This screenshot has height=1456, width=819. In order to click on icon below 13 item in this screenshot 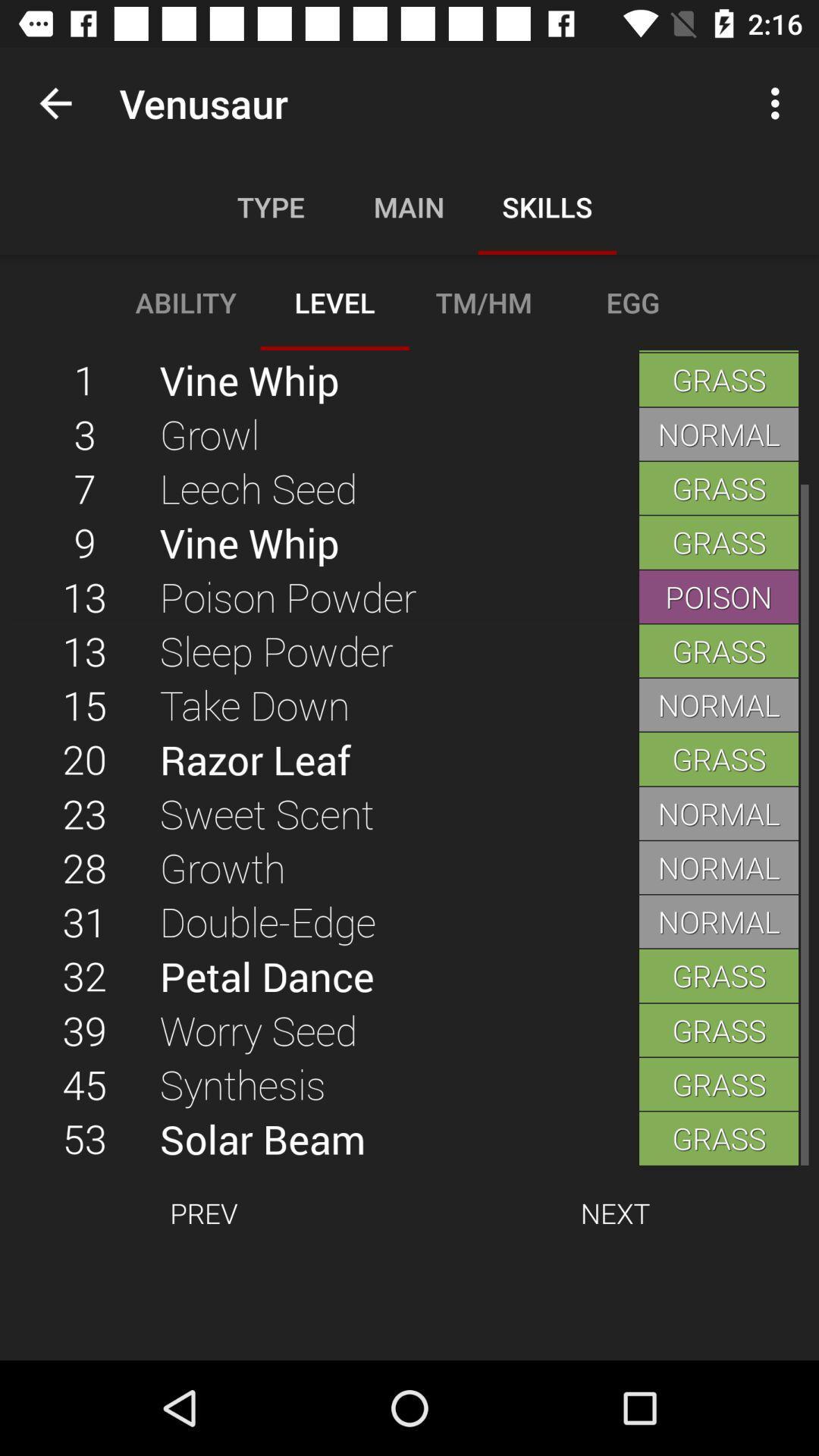, I will do `click(398, 651)`.